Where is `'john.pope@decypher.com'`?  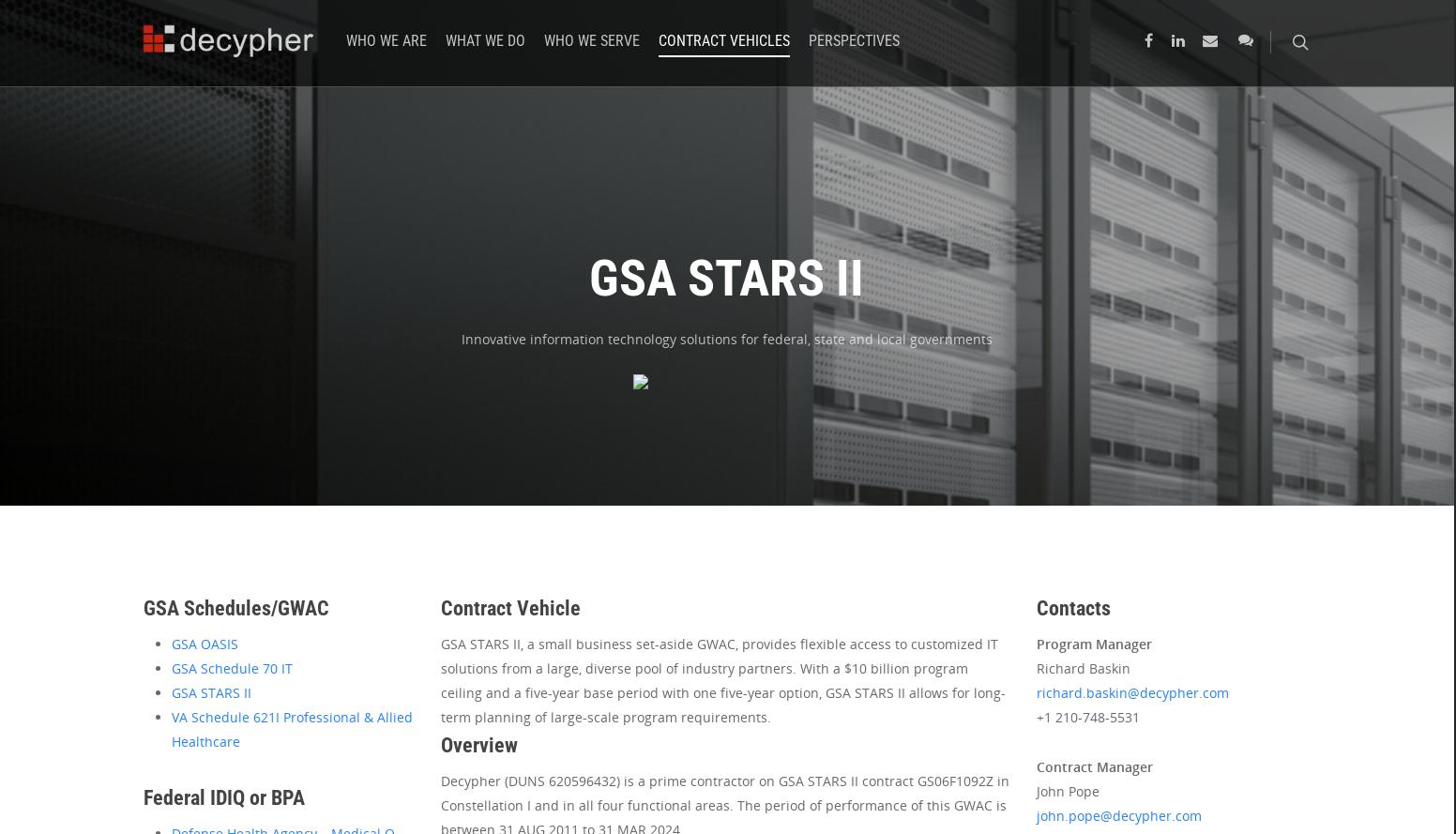 'john.pope@decypher.com' is located at coordinates (1118, 814).